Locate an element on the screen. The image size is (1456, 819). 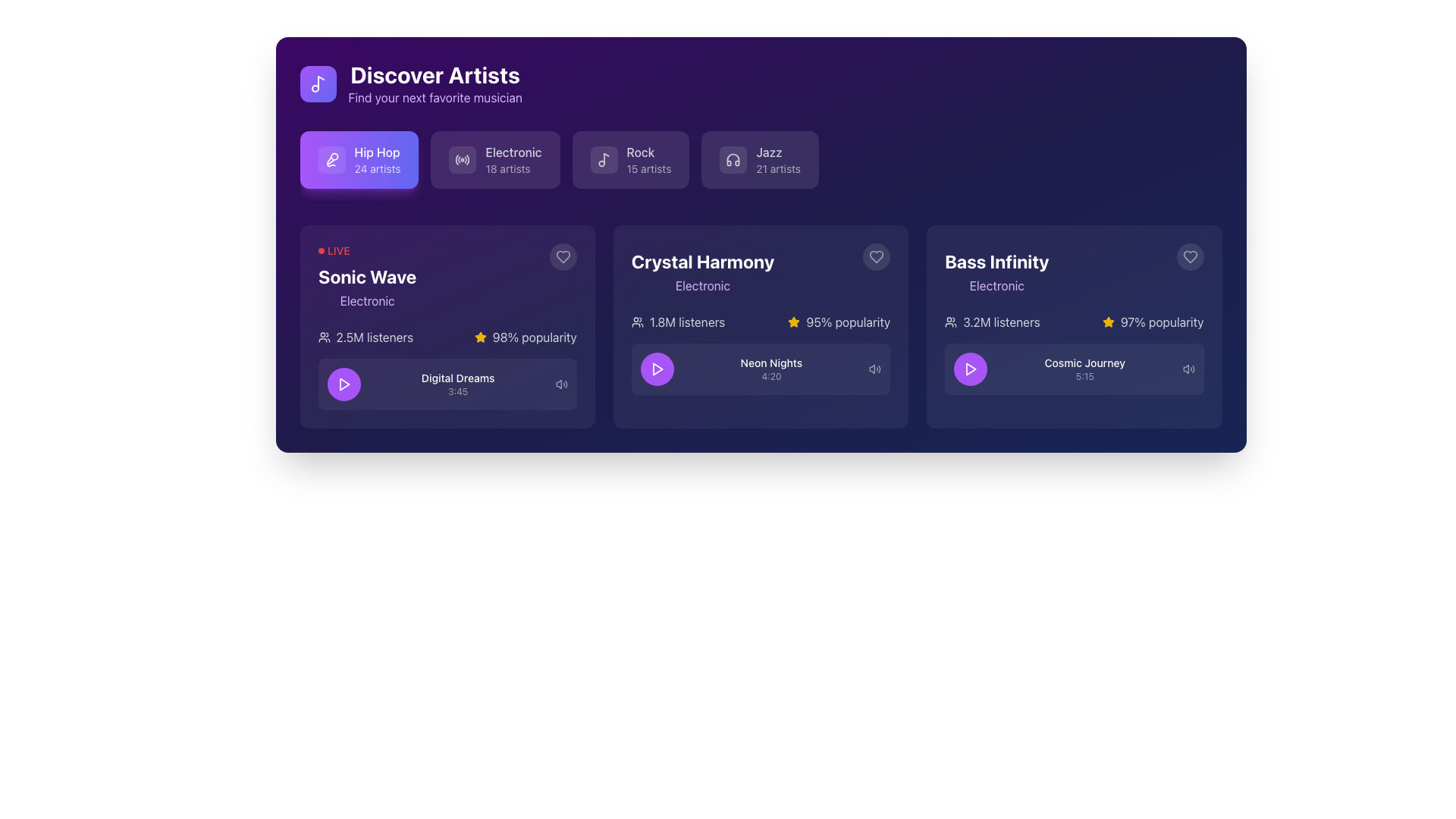
the heart-shaped icon located at the top right corner of the 'Sonic Wave' card is located at coordinates (562, 256).